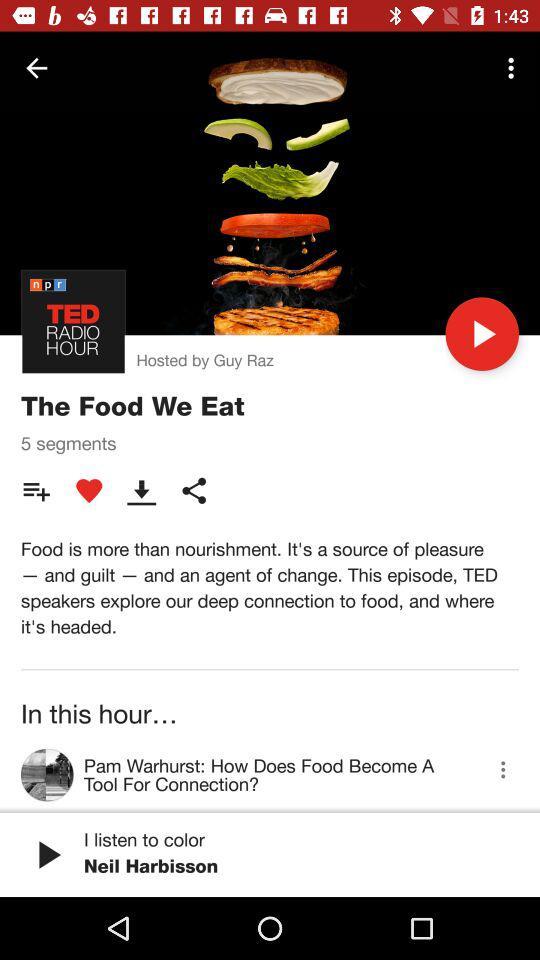 This screenshot has width=540, height=960. Describe the element at coordinates (481, 334) in the screenshot. I see `the icon next to hosted by guy item` at that location.